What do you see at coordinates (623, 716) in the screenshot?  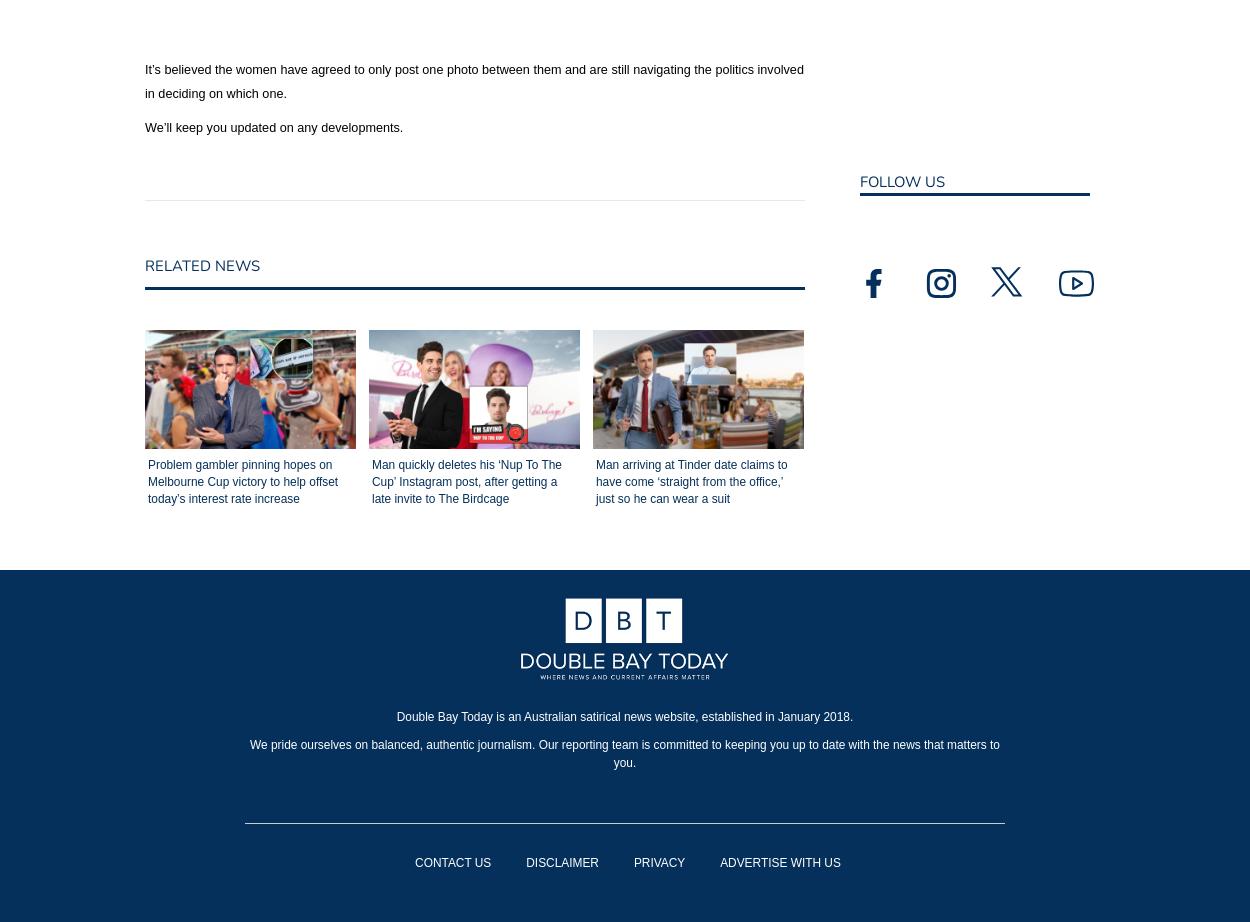 I see `'Double Bay Today is an Australian satirical news website, established in January 2018.'` at bounding box center [623, 716].